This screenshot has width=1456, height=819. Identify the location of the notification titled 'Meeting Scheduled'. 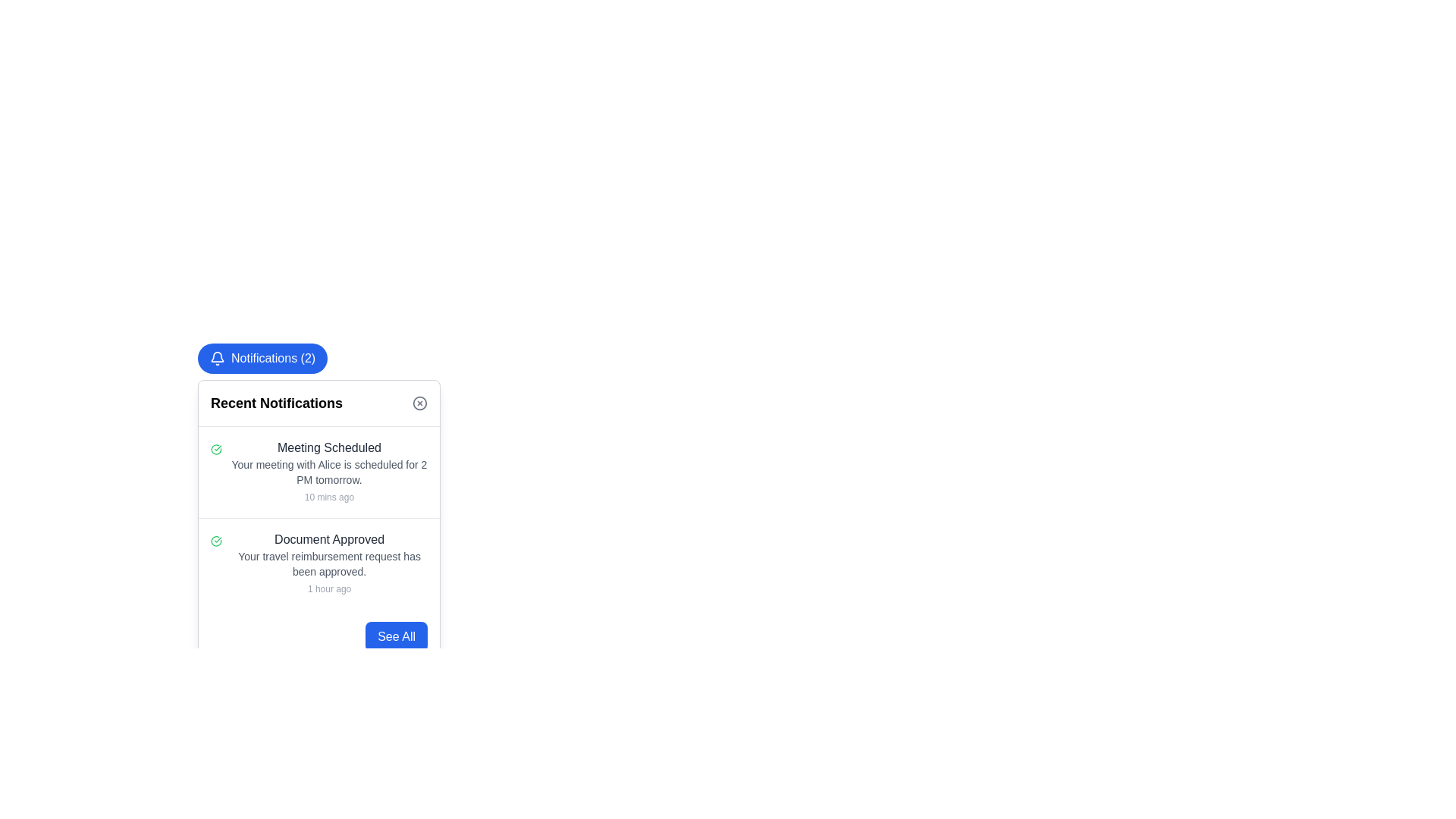
(328, 472).